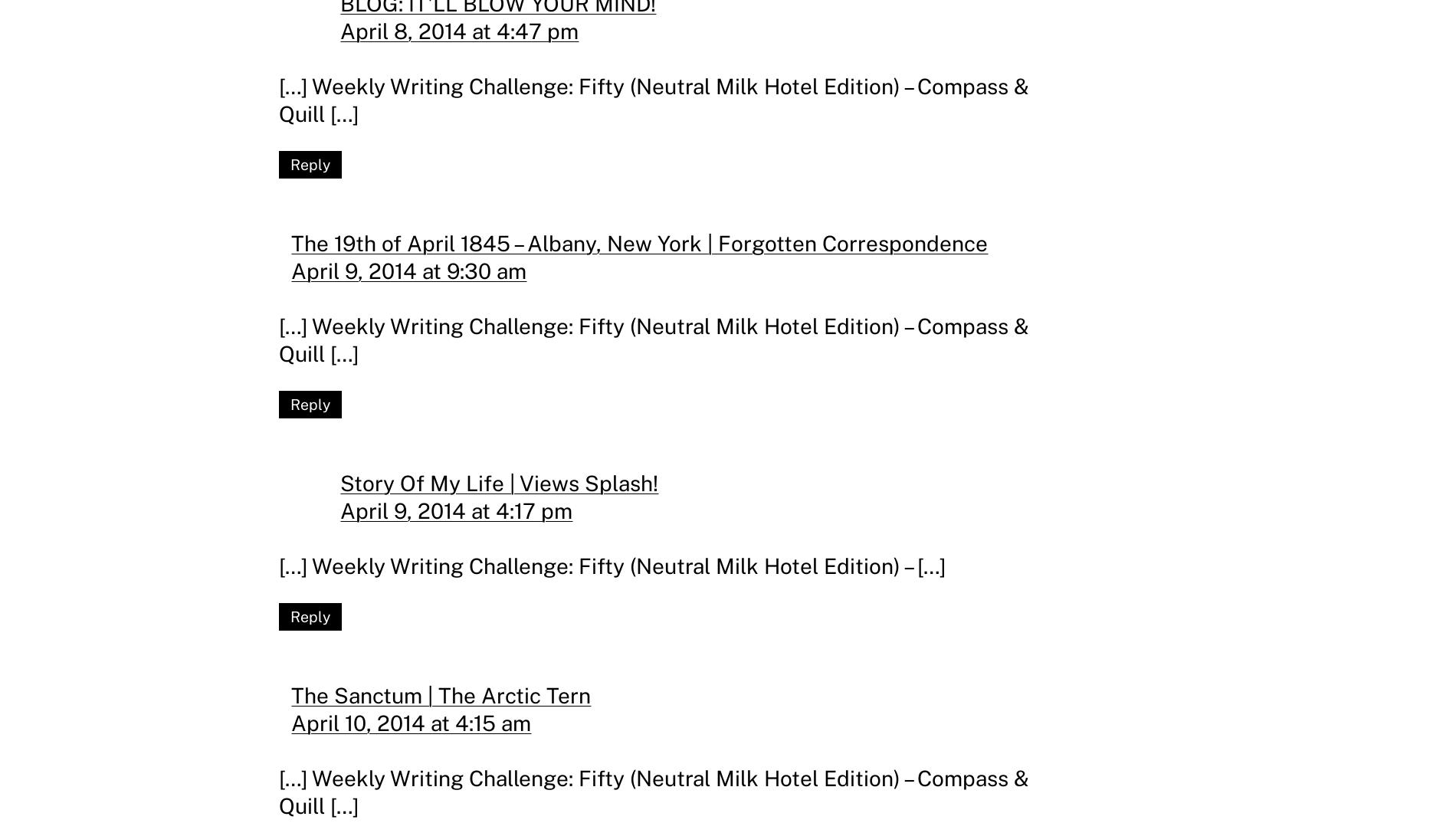 The image size is (1456, 823). What do you see at coordinates (411, 722) in the screenshot?
I see `'April 10, 2014 at 4:15 am'` at bounding box center [411, 722].